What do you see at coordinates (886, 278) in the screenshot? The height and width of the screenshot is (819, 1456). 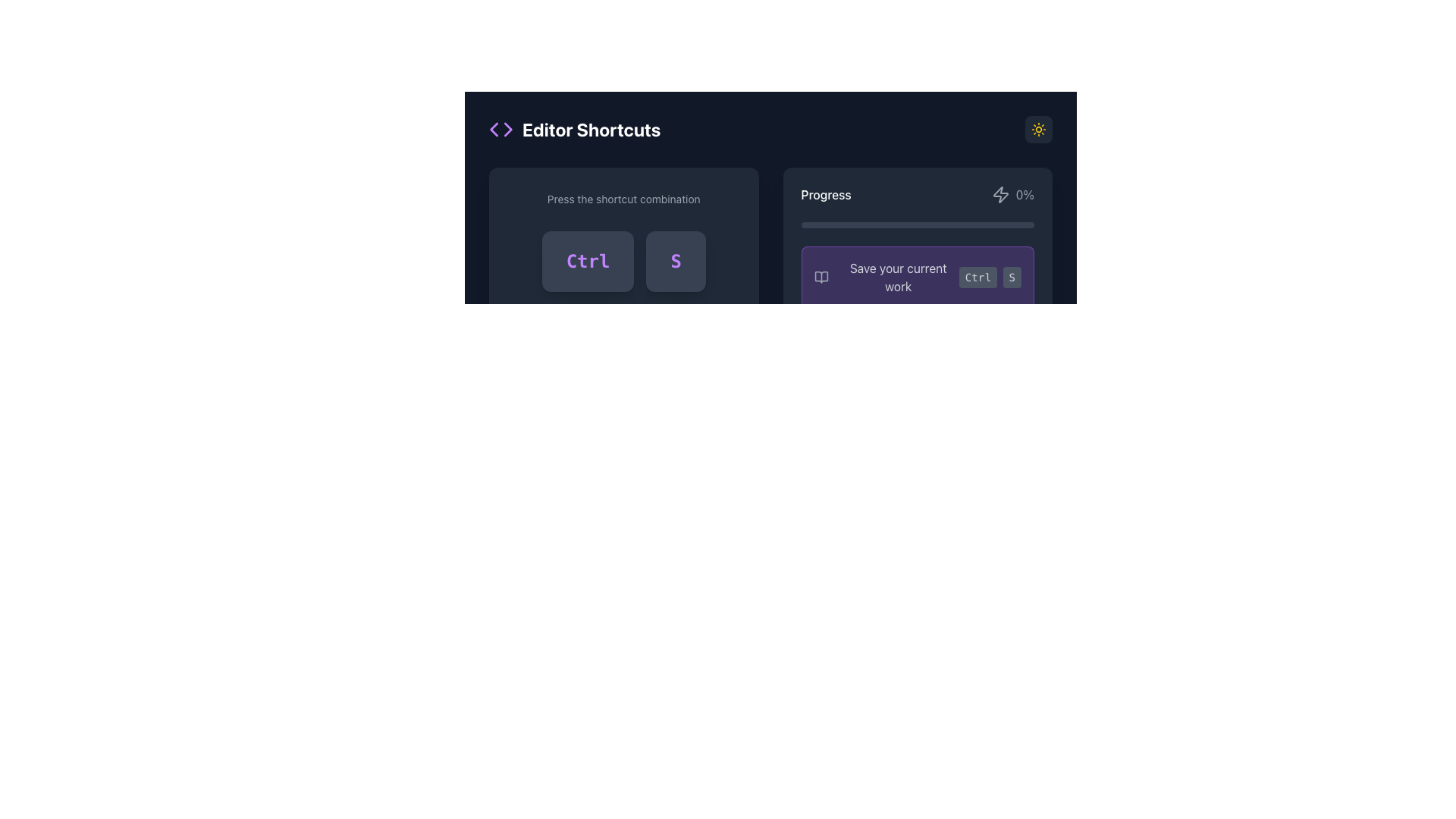 I see `the static text element that reads 'Save your current work' with an accompanying open book icon, which is centrally positioned within a rectangular box with a purple border and background highlight` at bounding box center [886, 278].